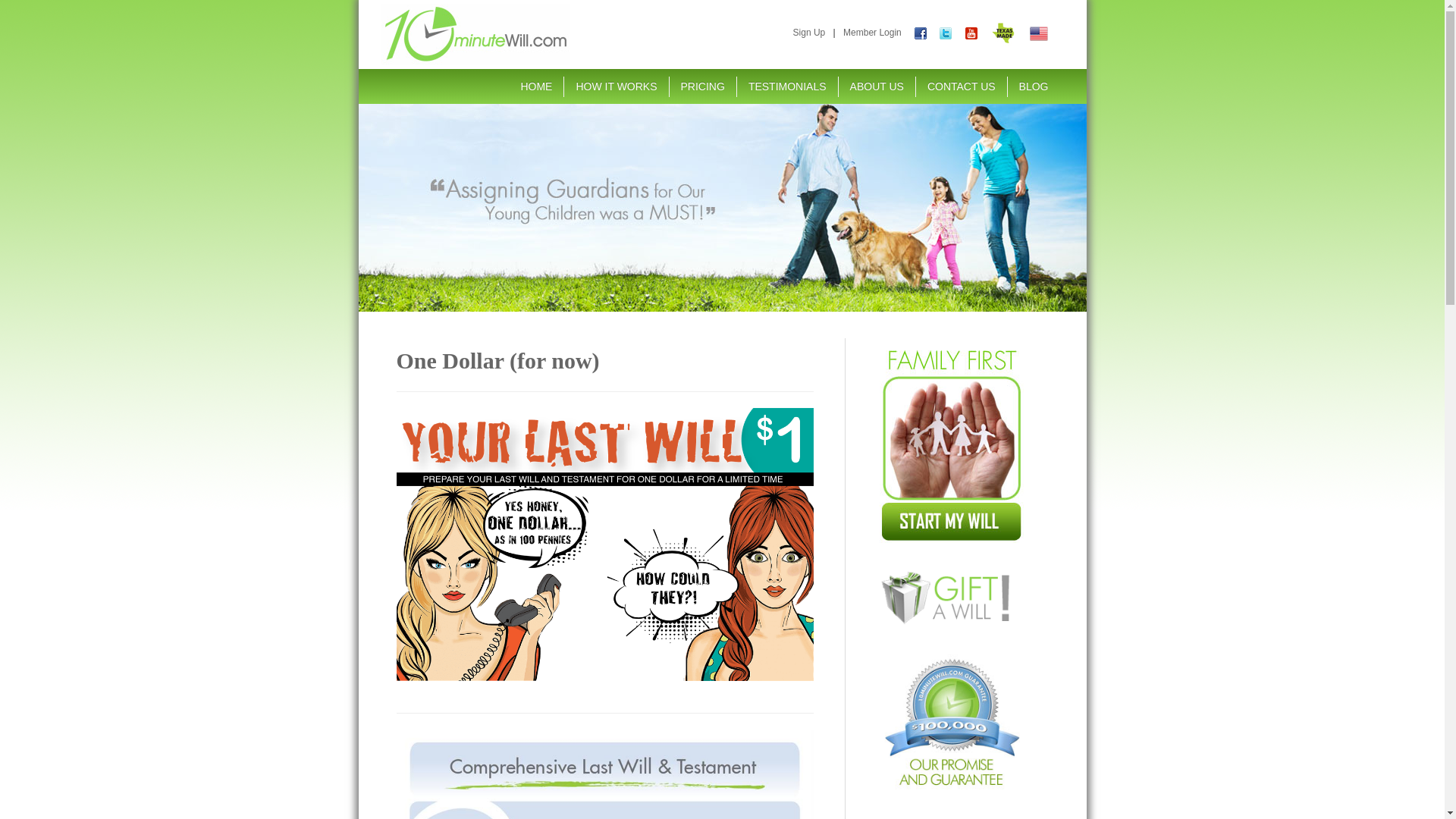 This screenshot has height=819, width=1456. What do you see at coordinates (1033, 86) in the screenshot?
I see `'BLOG'` at bounding box center [1033, 86].